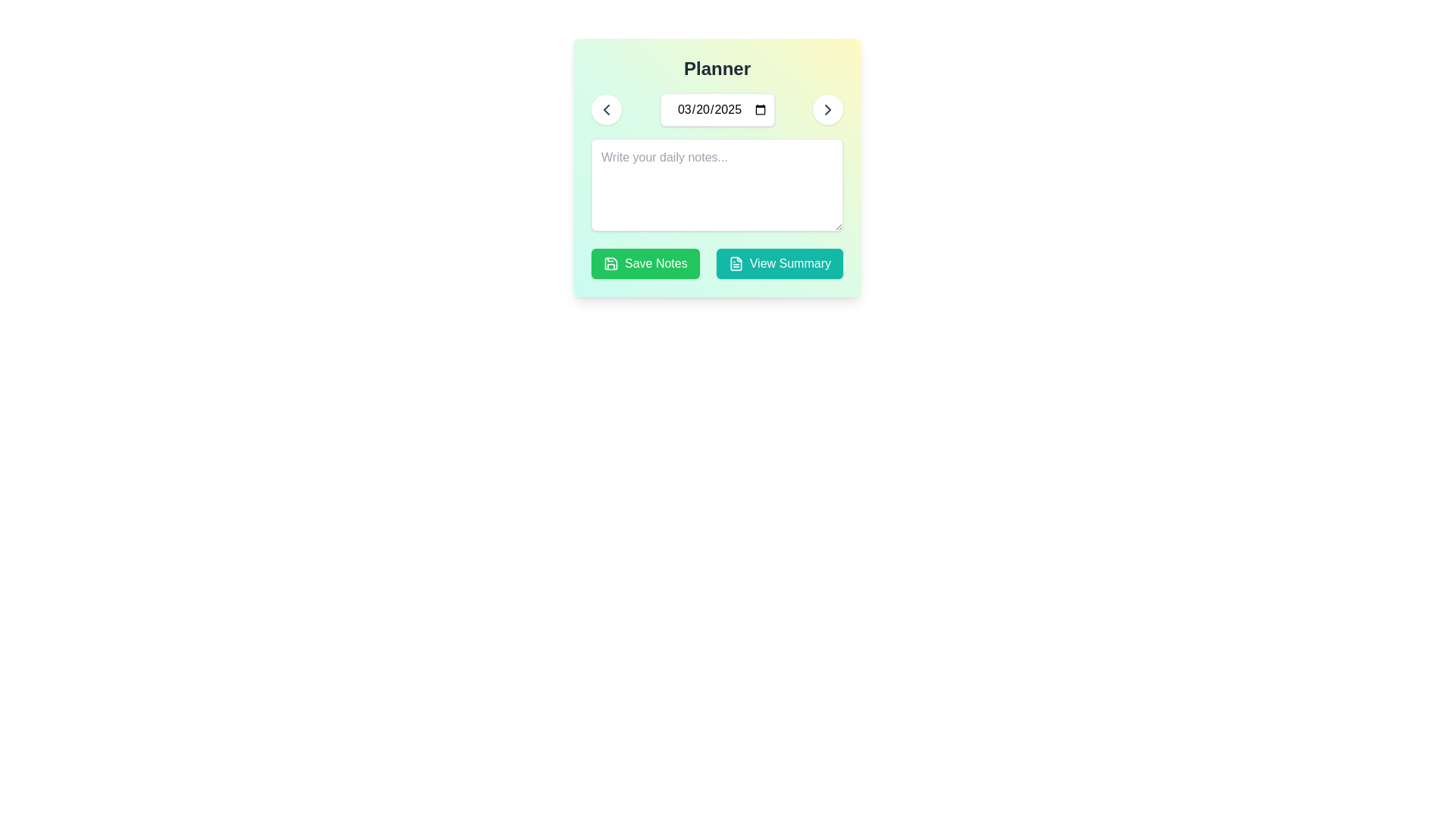 The width and height of the screenshot is (1456, 819). Describe the element at coordinates (780, 262) in the screenshot. I see `the rectangular button with a teal background labeled 'View Summary' to observe its hover effect` at that location.